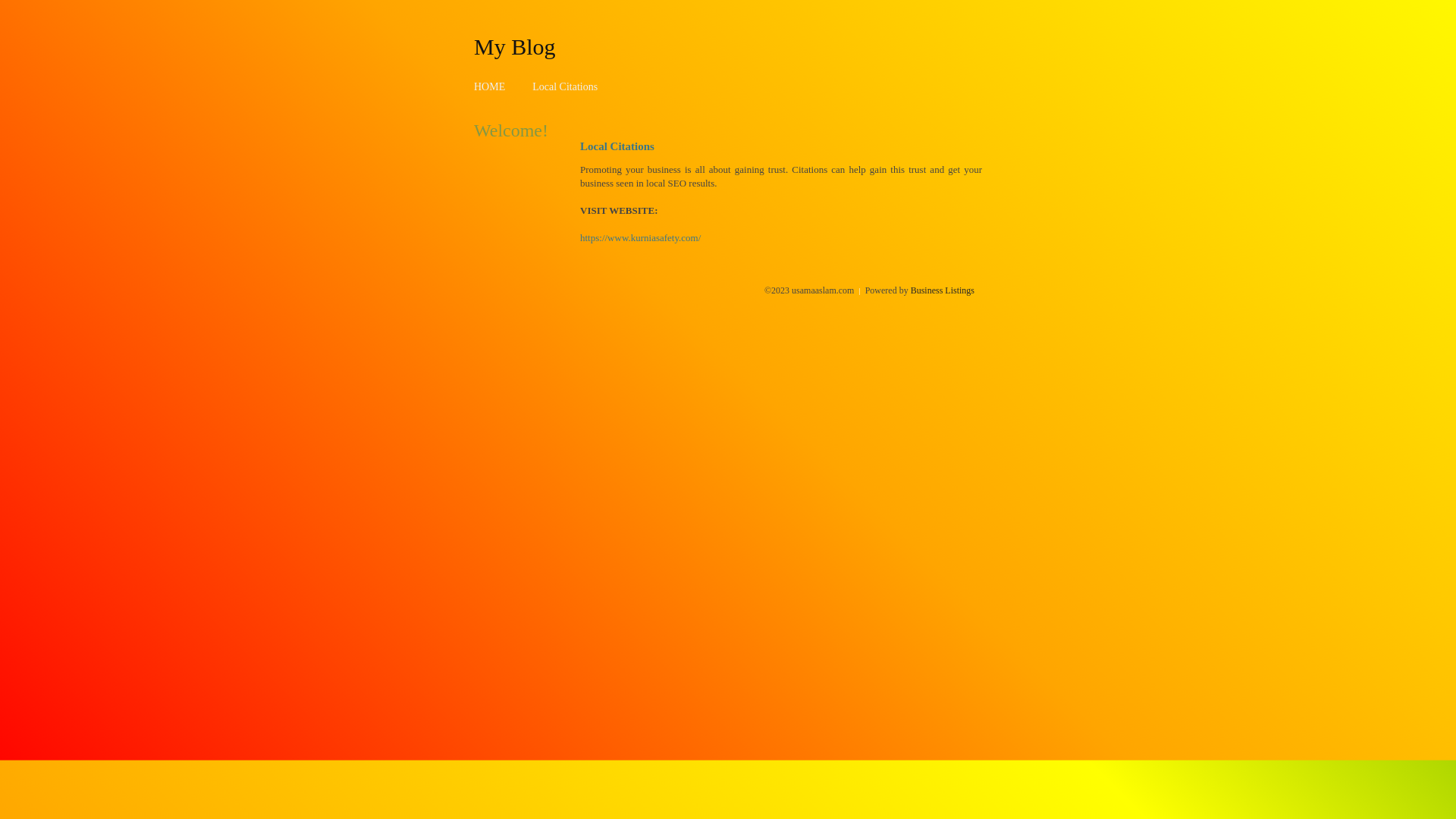 Image resolution: width=1456 pixels, height=819 pixels. Describe the element at coordinates (563, 86) in the screenshot. I see `'Local Citations'` at that location.